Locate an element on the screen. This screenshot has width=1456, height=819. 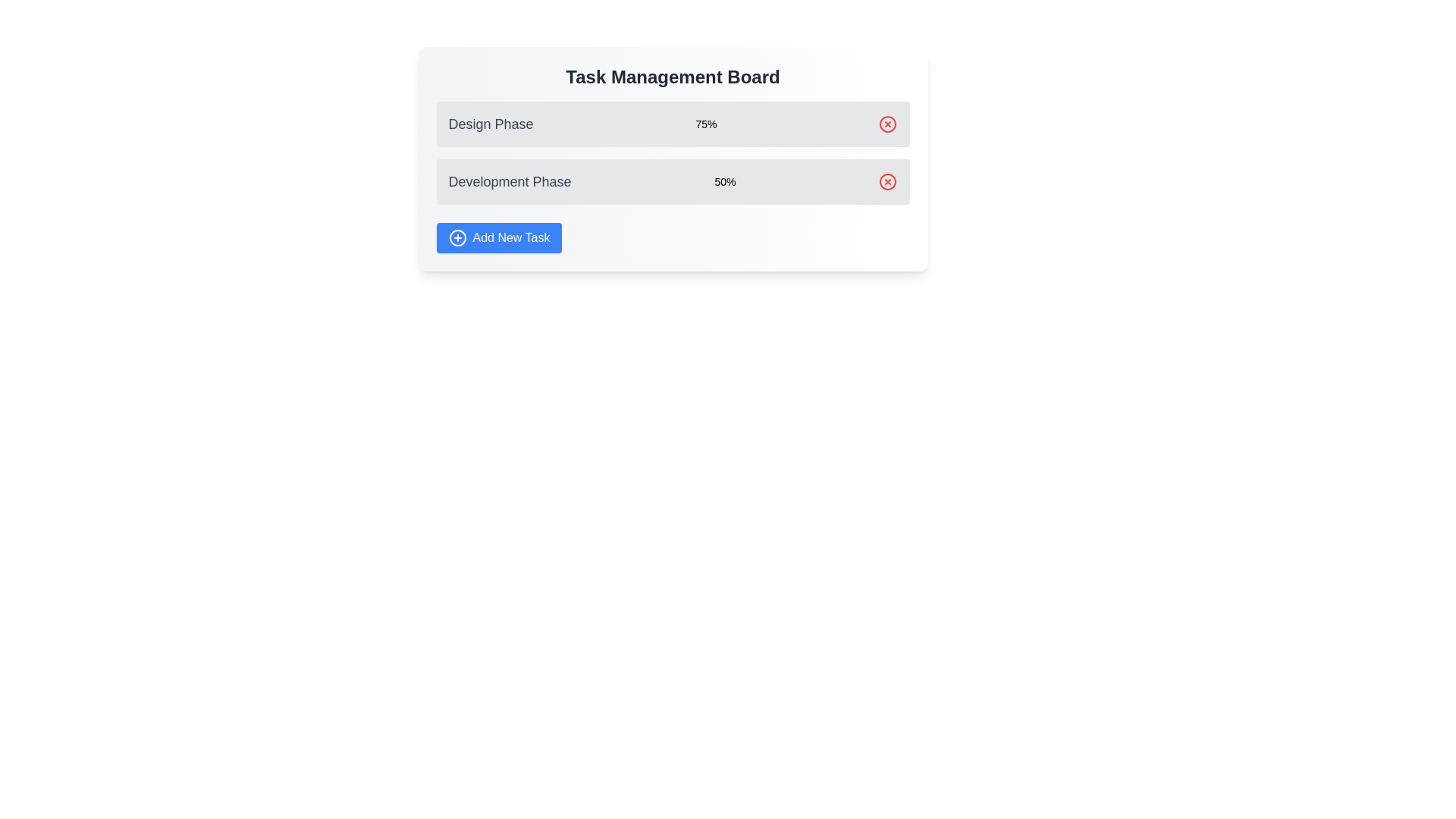
the Text Element that serves as a title or header for the surrounding content, positioned at the top of the rectangular card UI layout is located at coordinates (672, 77).